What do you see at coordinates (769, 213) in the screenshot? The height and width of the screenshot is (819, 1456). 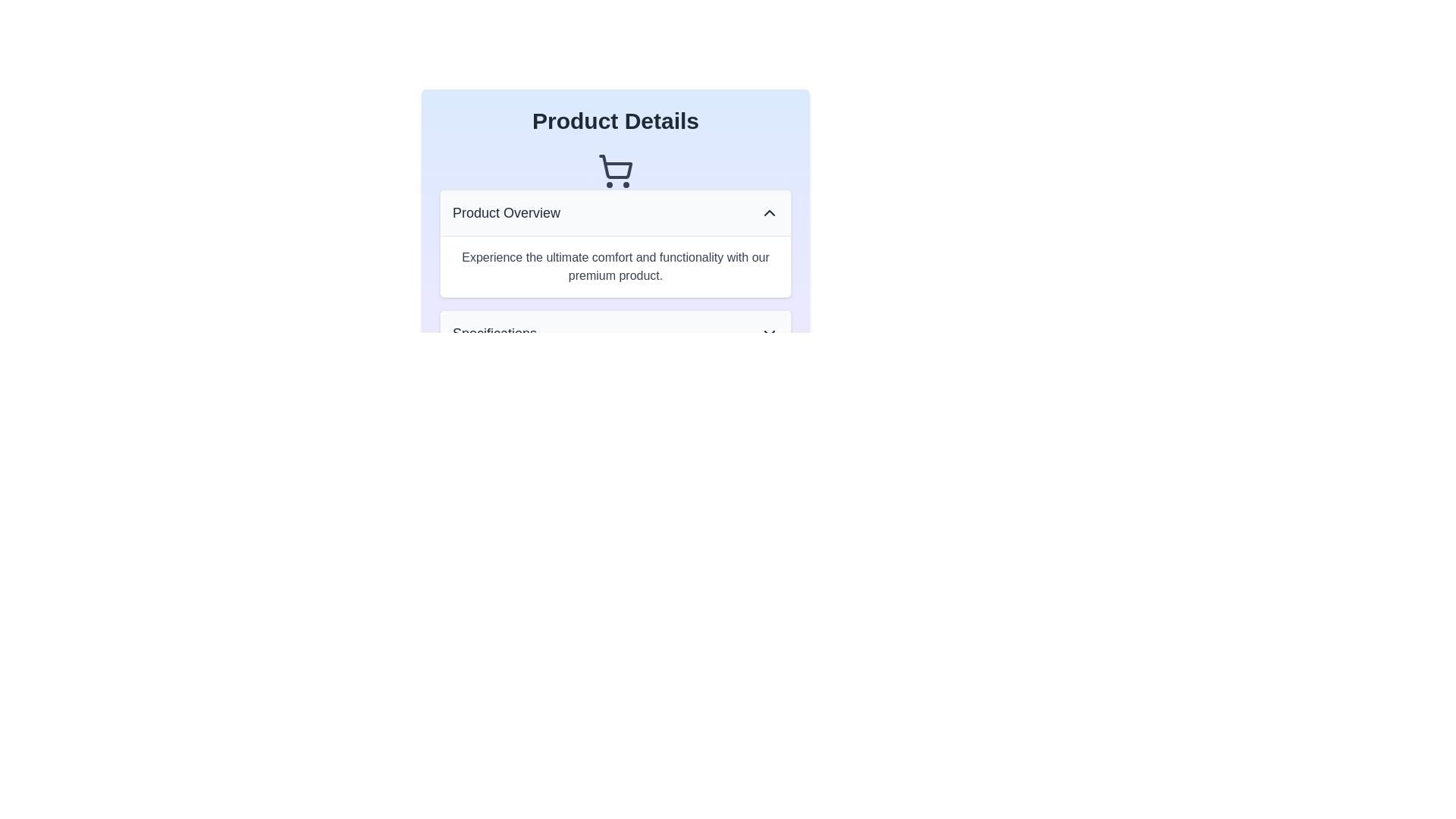 I see `the small upward-pointing chevron icon located on the far-right side of the 'Product Overview' section header` at bounding box center [769, 213].